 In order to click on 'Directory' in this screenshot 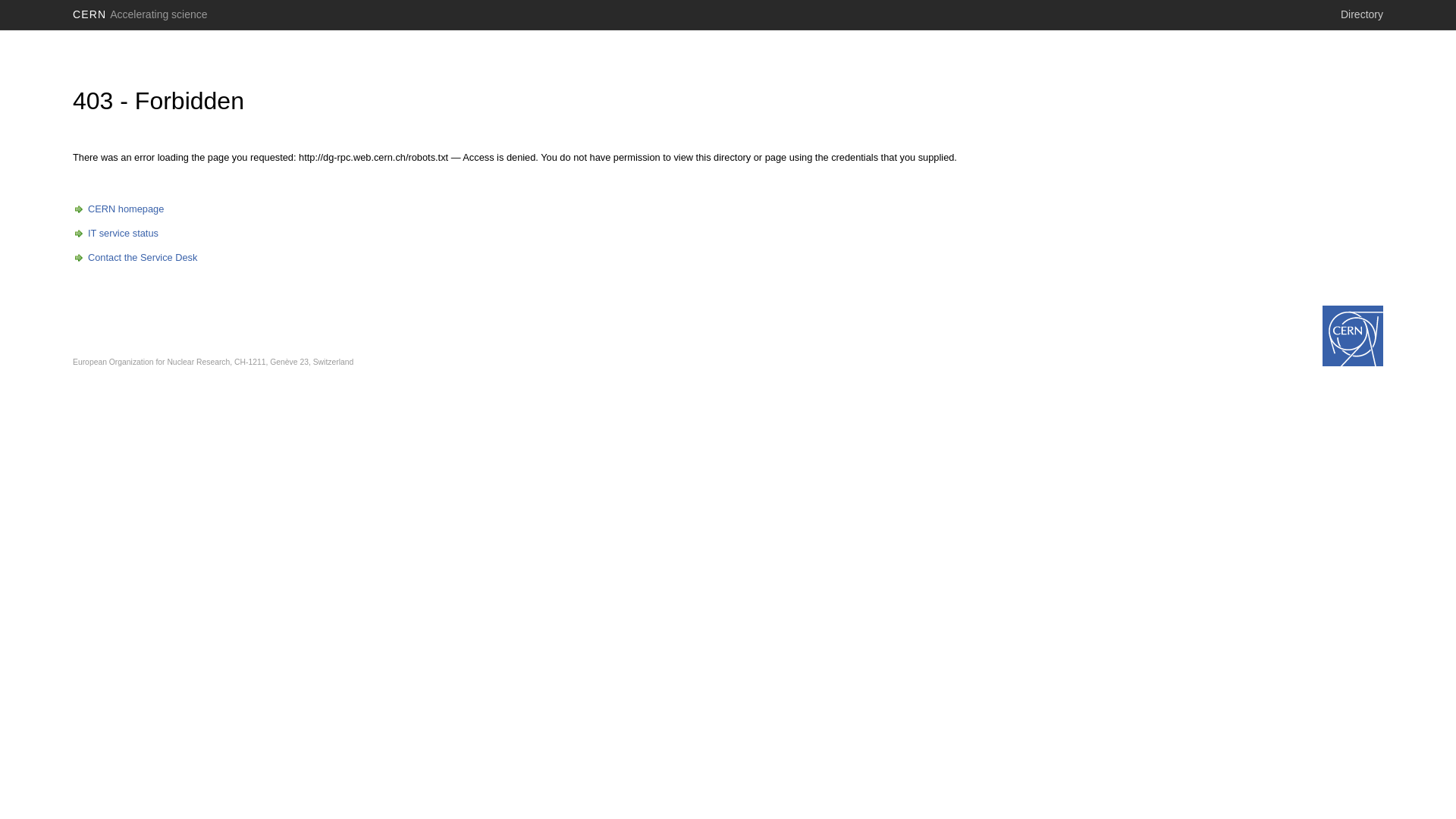, I will do `click(1361, 14)`.